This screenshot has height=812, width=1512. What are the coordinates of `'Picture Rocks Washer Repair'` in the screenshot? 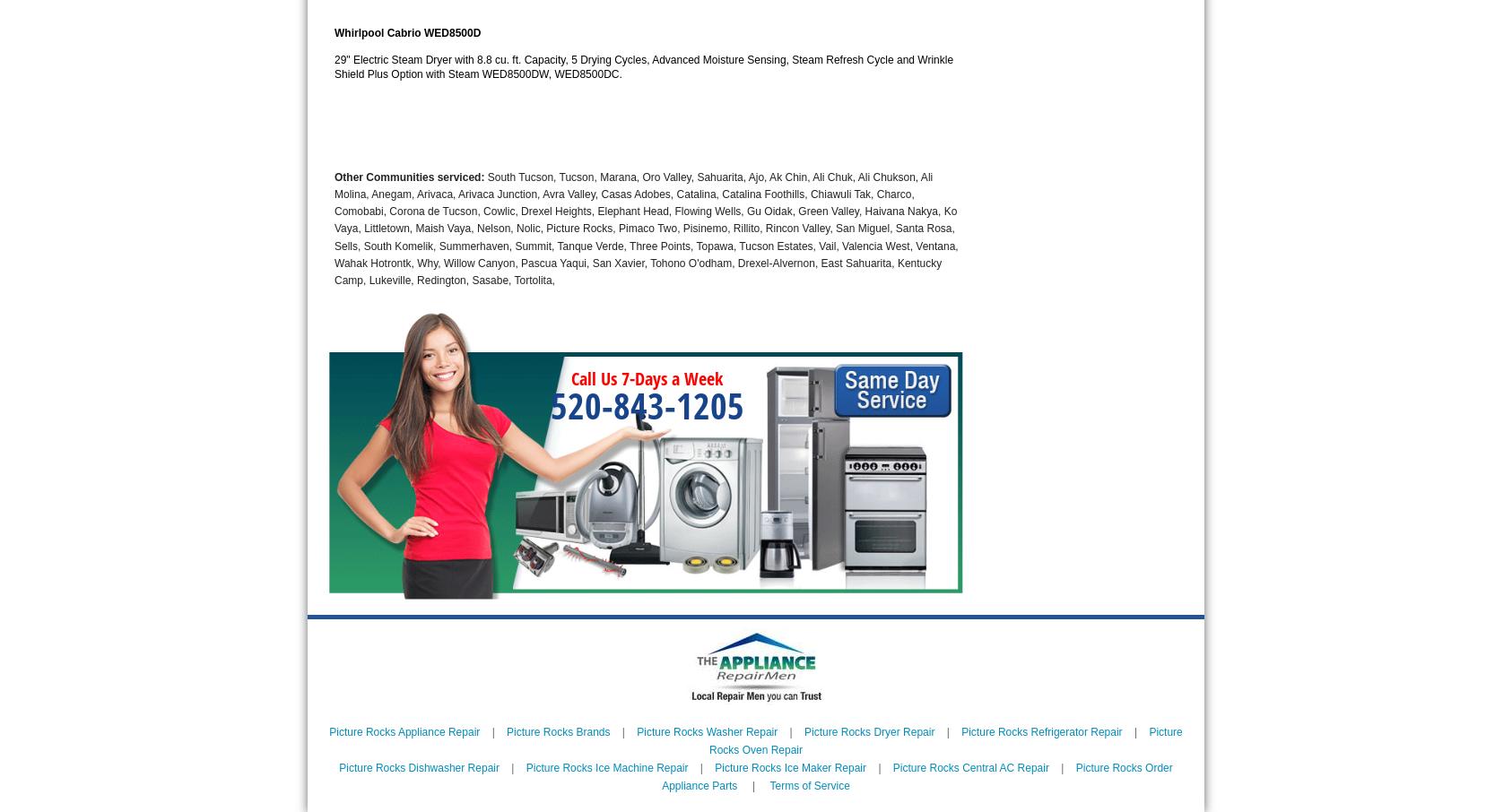 It's located at (636, 730).